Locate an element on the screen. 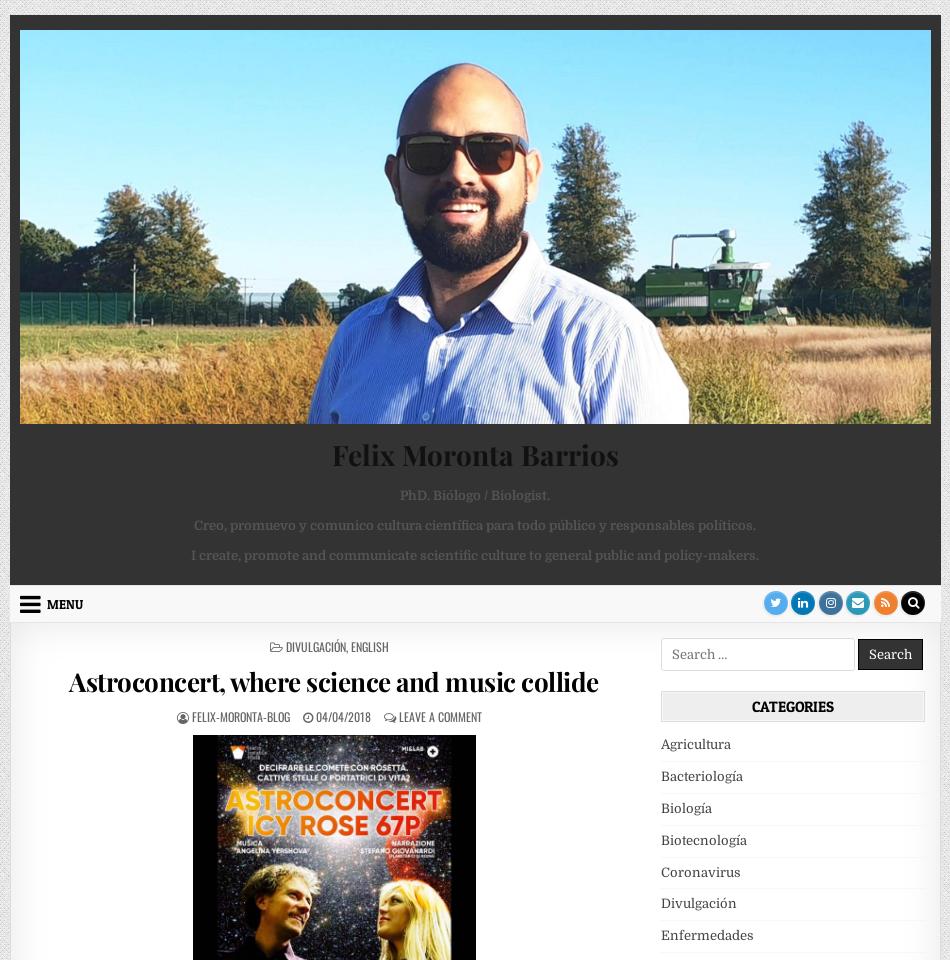  '04/04/2018' is located at coordinates (314, 715).